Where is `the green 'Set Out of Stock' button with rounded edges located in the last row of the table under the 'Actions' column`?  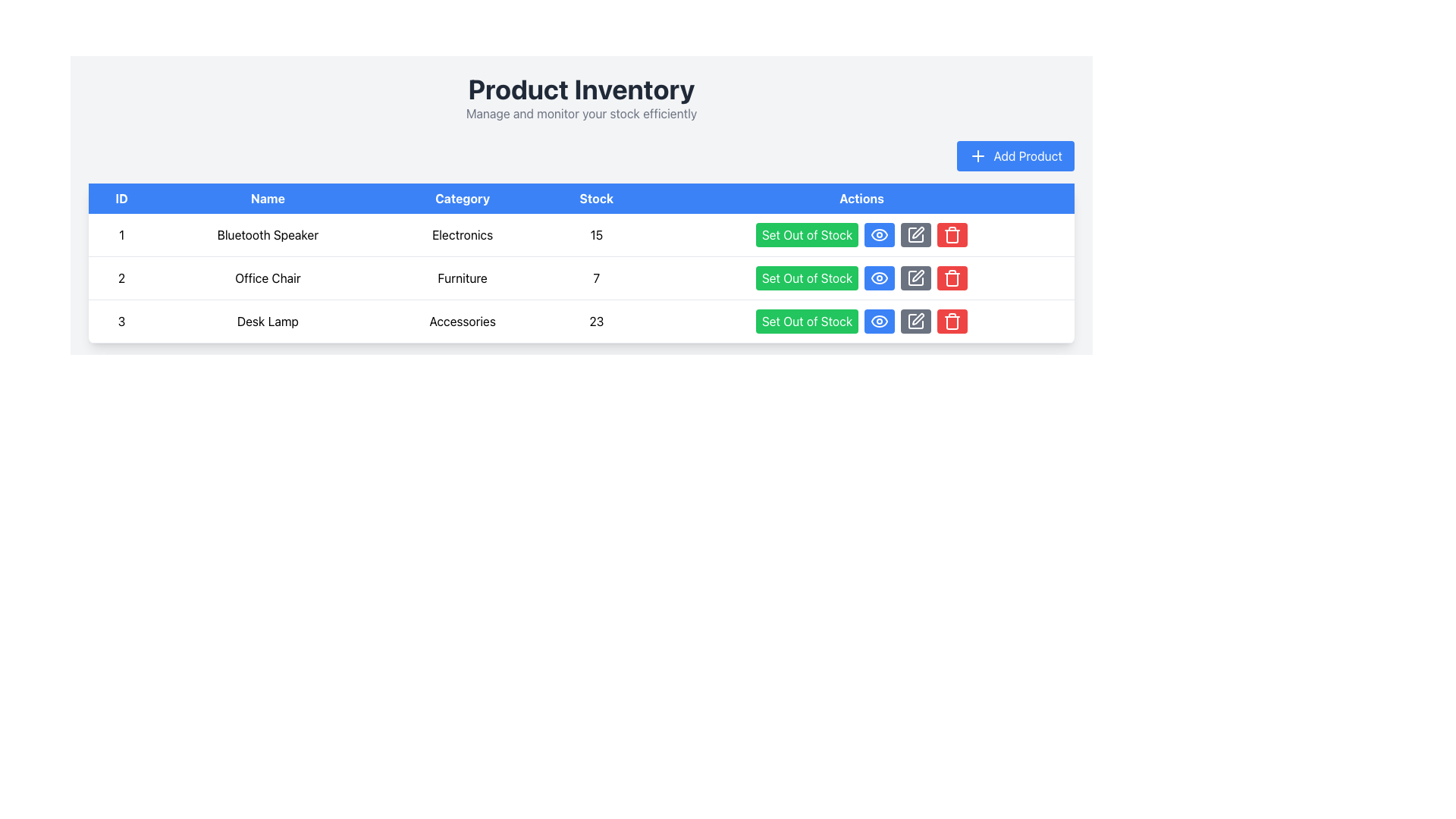 the green 'Set Out of Stock' button with rounded edges located in the last row of the table under the 'Actions' column is located at coordinates (861, 321).